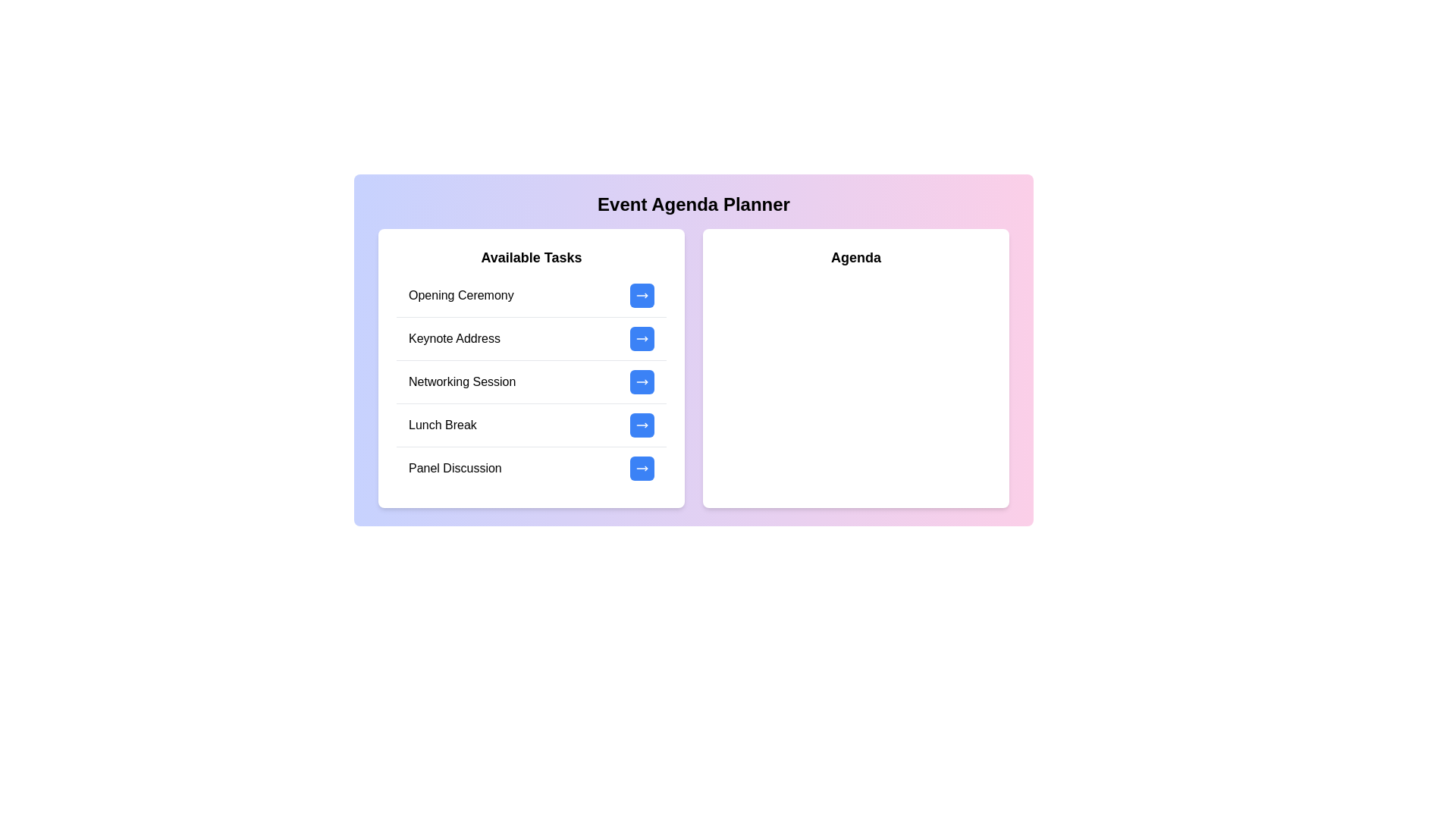  What do you see at coordinates (642, 338) in the screenshot?
I see `the button corresponding to the task 'Keynote Address' in the 'Available Tasks' list to add it to the agenda` at bounding box center [642, 338].